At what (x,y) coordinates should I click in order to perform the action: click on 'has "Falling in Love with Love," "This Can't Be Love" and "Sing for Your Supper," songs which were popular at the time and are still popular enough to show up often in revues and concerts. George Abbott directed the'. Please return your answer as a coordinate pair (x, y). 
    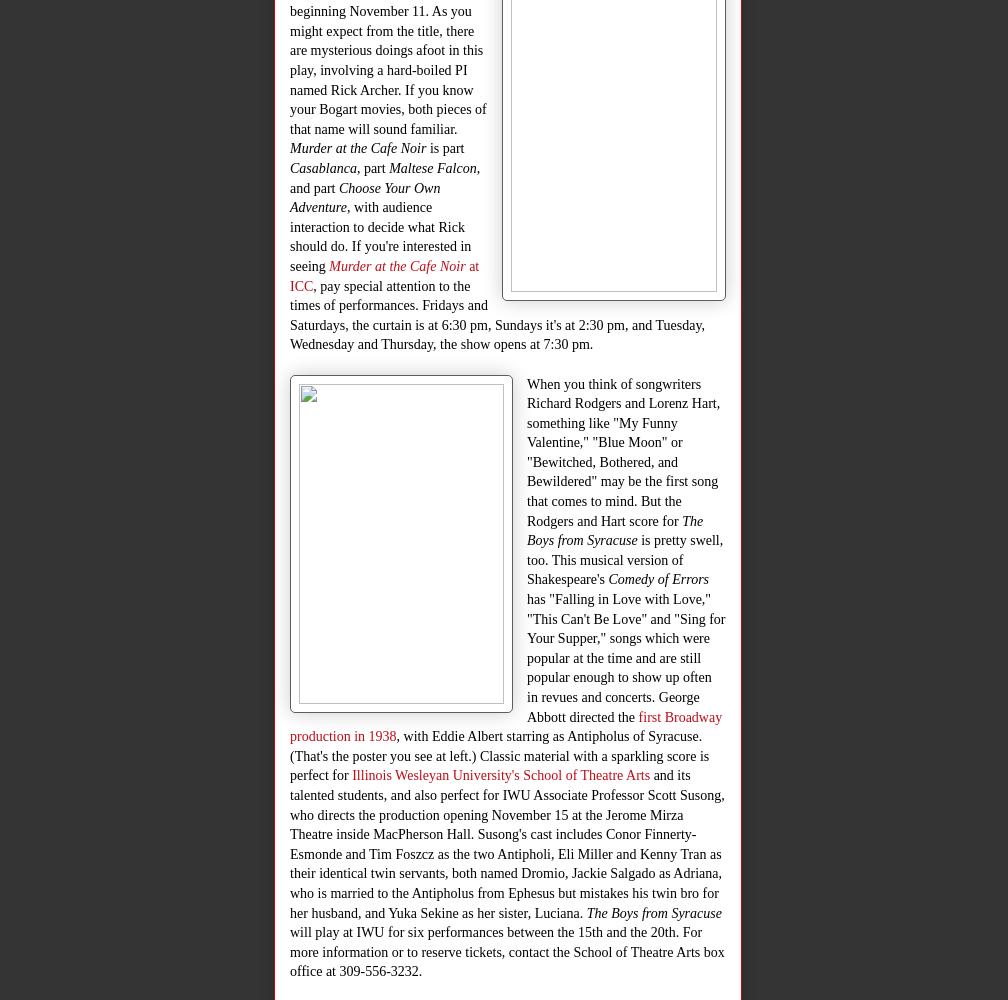
    Looking at the image, I should click on (625, 658).